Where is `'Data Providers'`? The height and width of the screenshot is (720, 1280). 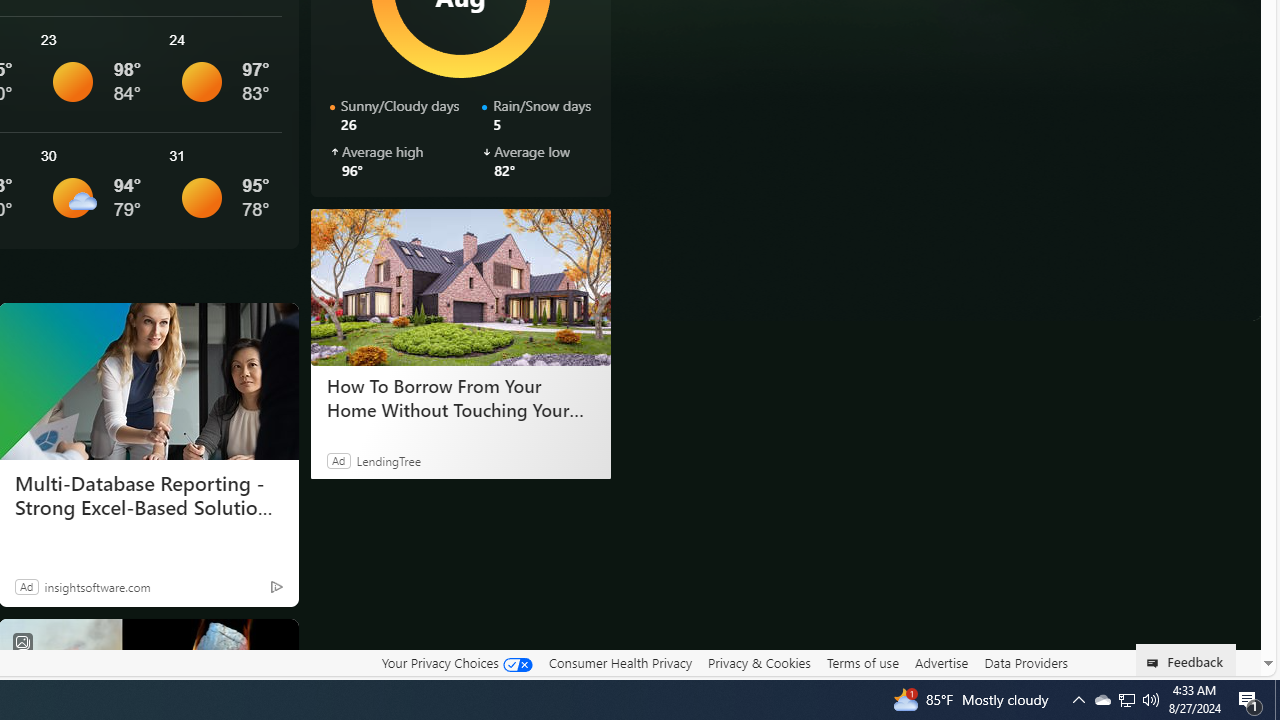 'Data Providers' is located at coordinates (1025, 663).